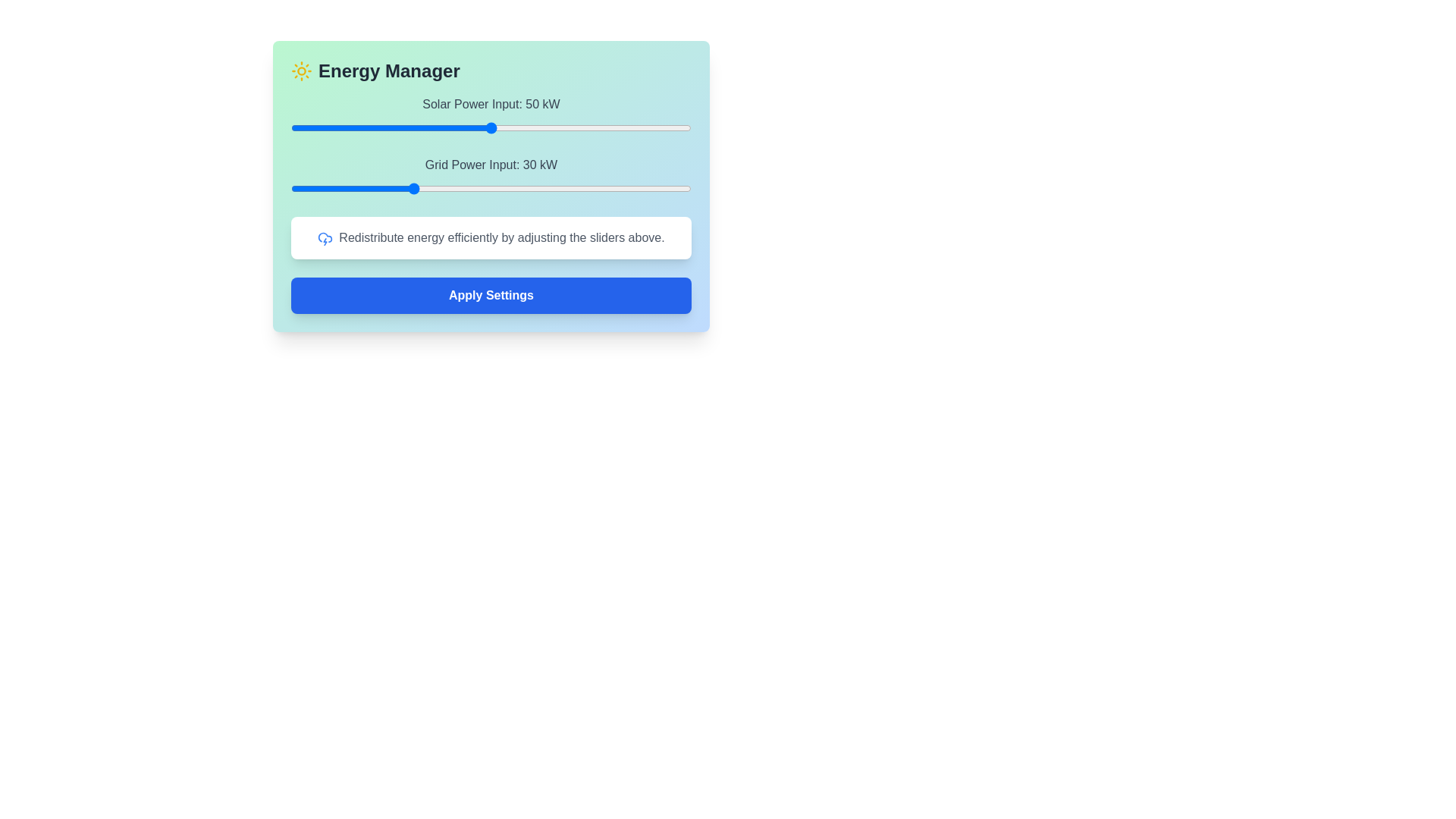 Image resolution: width=1456 pixels, height=819 pixels. What do you see at coordinates (495, 188) in the screenshot?
I see `the Grid Power Input slider to 51 kW` at bounding box center [495, 188].